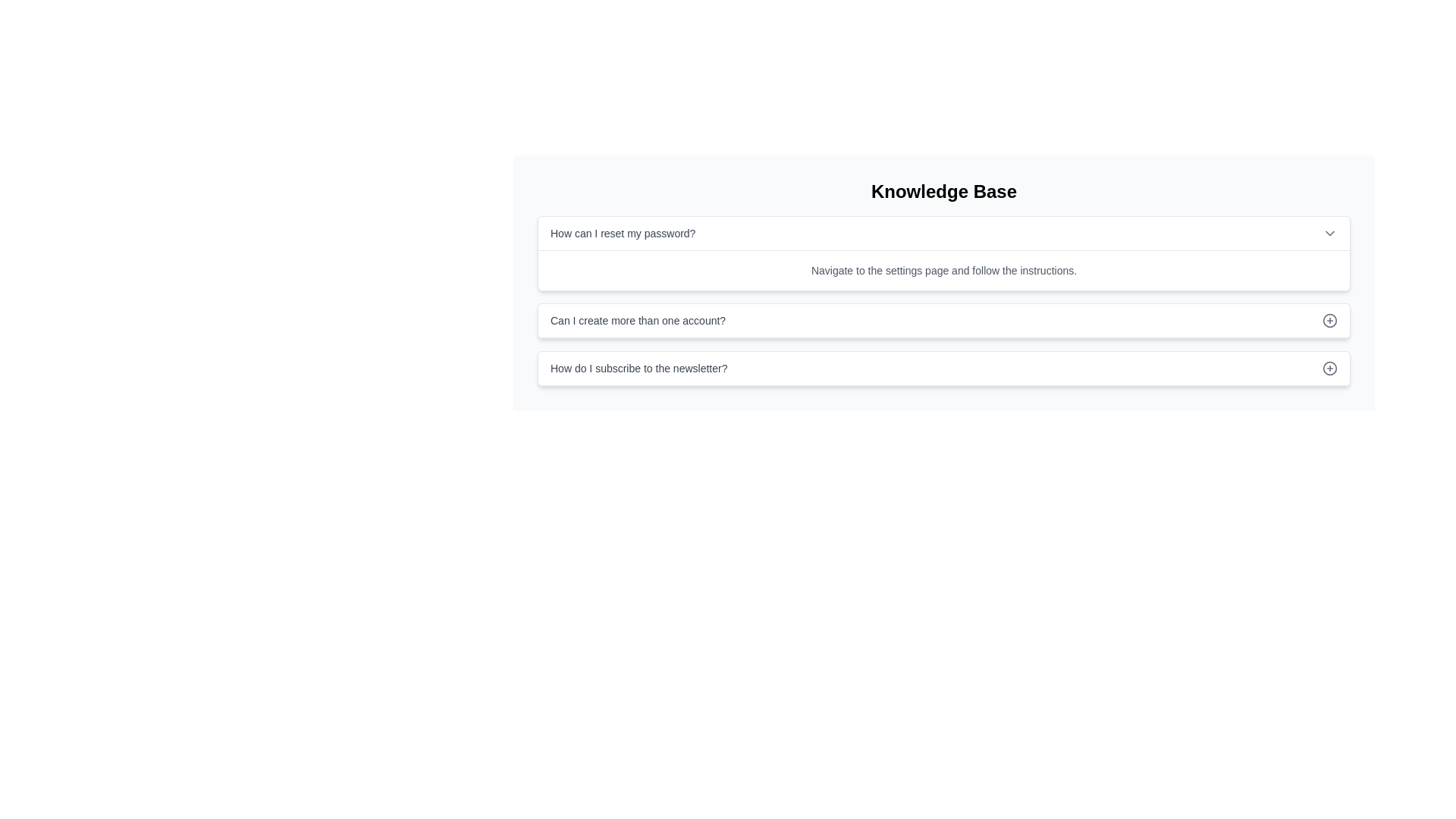 The width and height of the screenshot is (1456, 819). Describe the element at coordinates (1329, 320) in the screenshot. I see `the circular ring component of the SVG icon located to the right of the list item titled 'Can I create more than one account?'` at that location.